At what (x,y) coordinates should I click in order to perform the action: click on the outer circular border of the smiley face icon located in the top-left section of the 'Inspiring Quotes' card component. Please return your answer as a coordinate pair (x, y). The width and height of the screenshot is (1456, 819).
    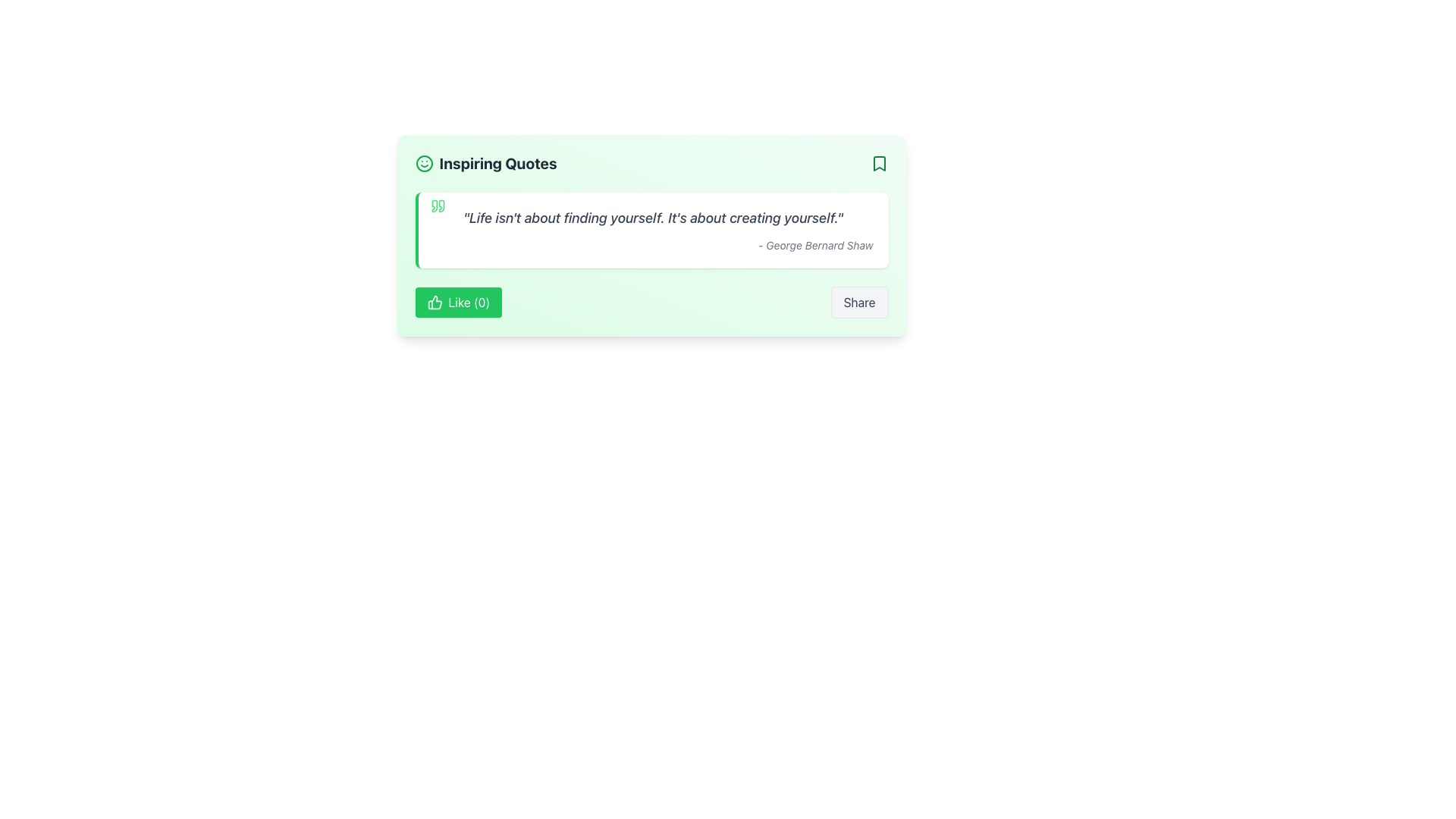
    Looking at the image, I should click on (424, 164).